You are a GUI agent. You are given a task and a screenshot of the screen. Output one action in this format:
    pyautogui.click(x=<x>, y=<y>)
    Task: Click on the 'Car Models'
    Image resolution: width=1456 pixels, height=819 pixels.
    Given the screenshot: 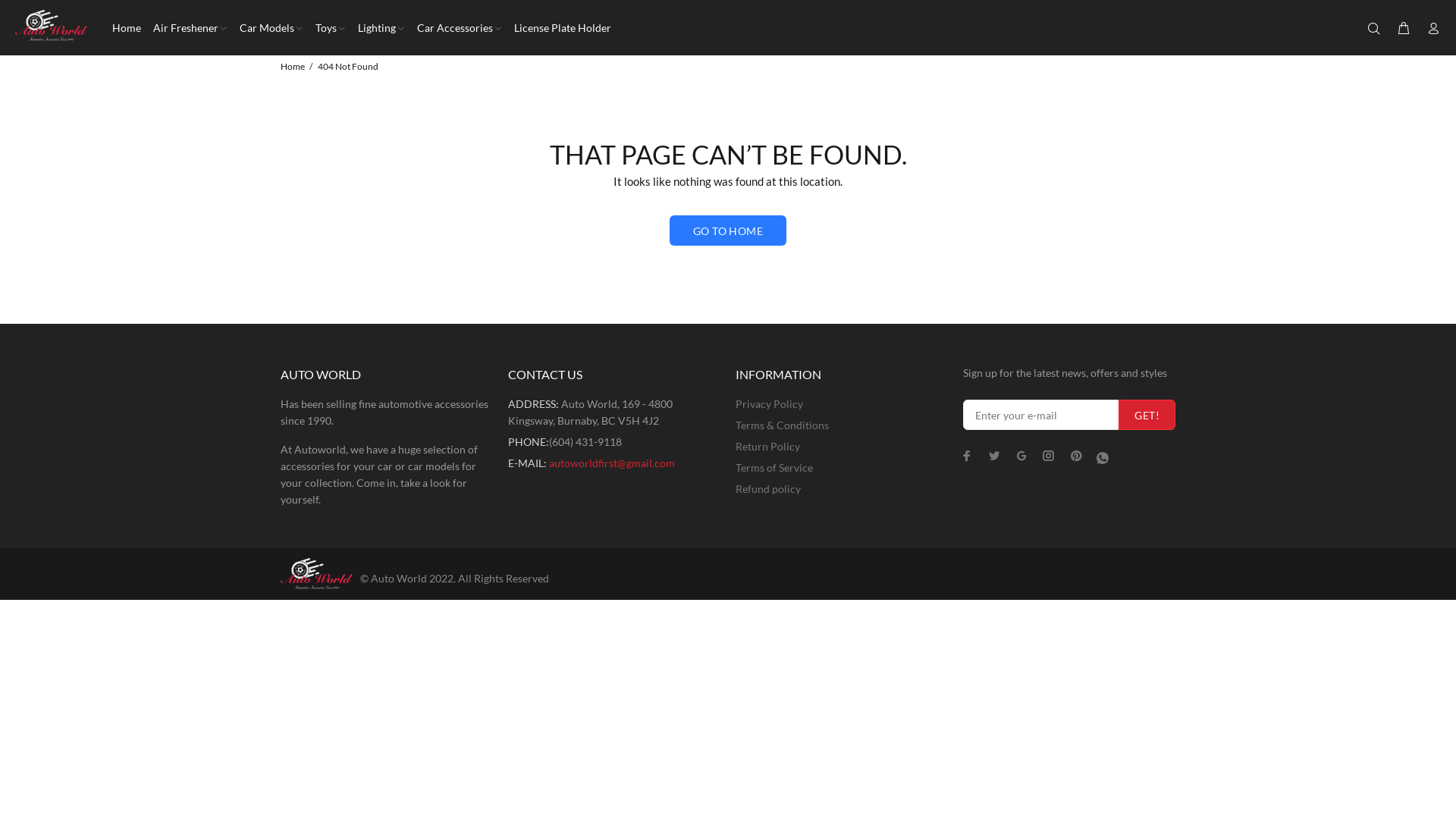 What is the action you would take?
    pyautogui.click(x=232, y=27)
    